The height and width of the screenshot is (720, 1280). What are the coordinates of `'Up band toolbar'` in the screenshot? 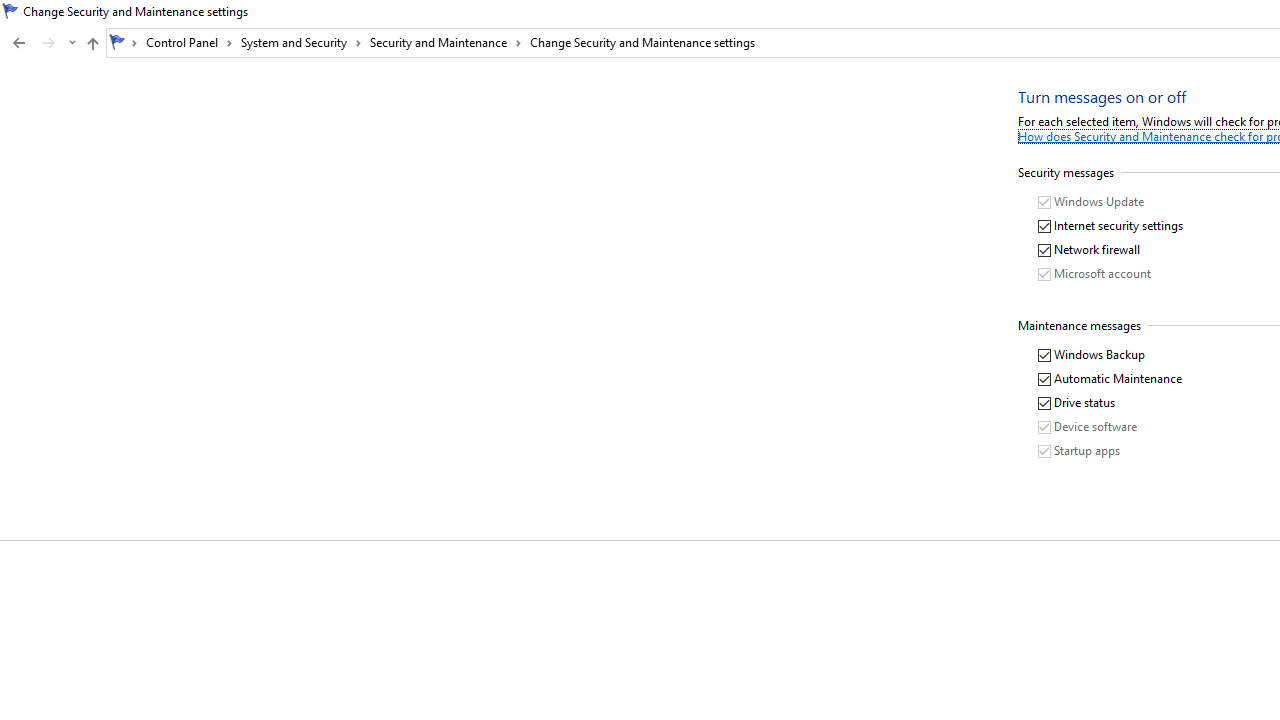 It's located at (91, 45).